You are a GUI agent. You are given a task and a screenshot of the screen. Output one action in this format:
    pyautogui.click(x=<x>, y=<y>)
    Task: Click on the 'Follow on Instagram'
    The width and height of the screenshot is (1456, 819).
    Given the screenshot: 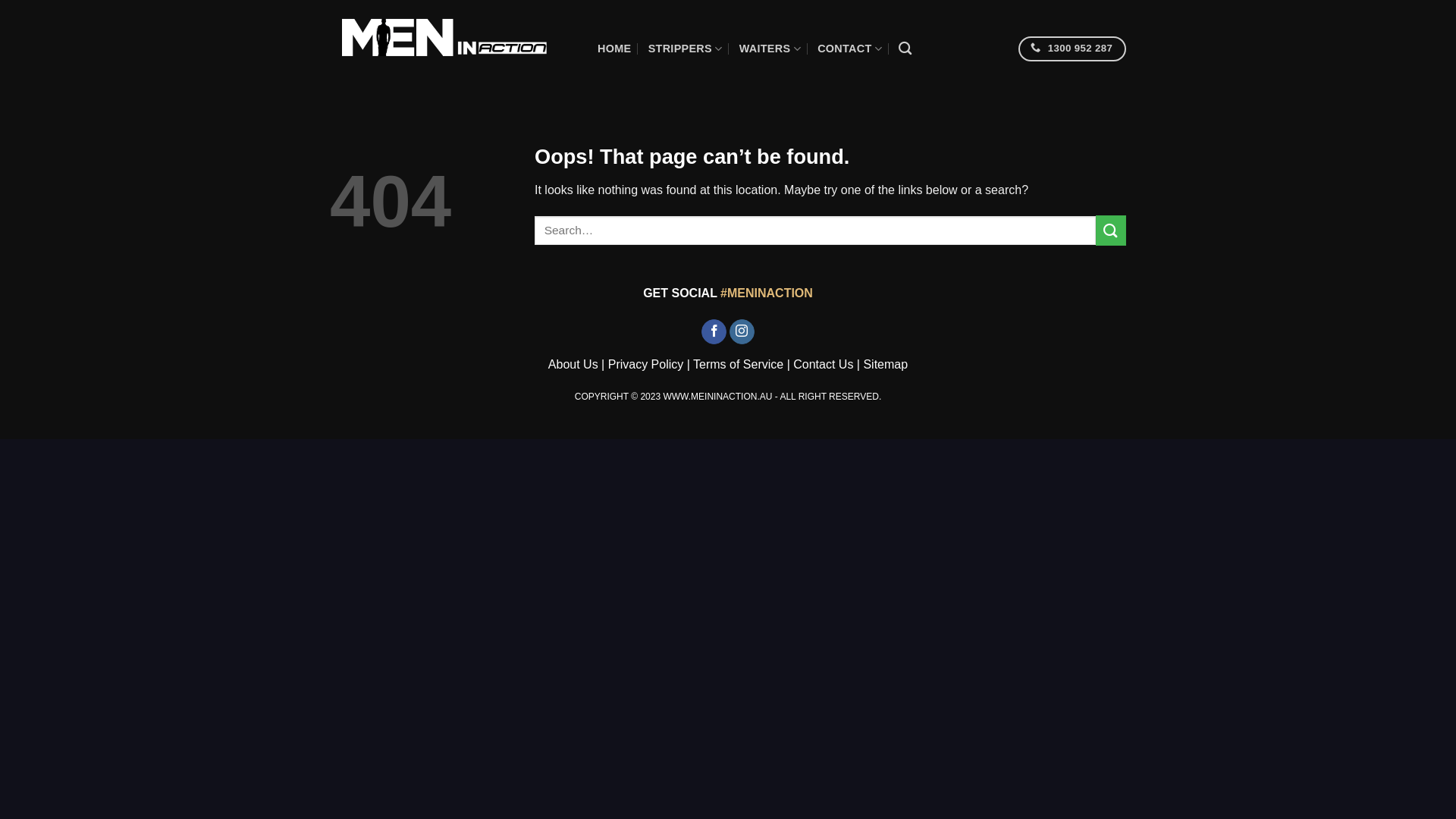 What is the action you would take?
    pyautogui.click(x=742, y=331)
    